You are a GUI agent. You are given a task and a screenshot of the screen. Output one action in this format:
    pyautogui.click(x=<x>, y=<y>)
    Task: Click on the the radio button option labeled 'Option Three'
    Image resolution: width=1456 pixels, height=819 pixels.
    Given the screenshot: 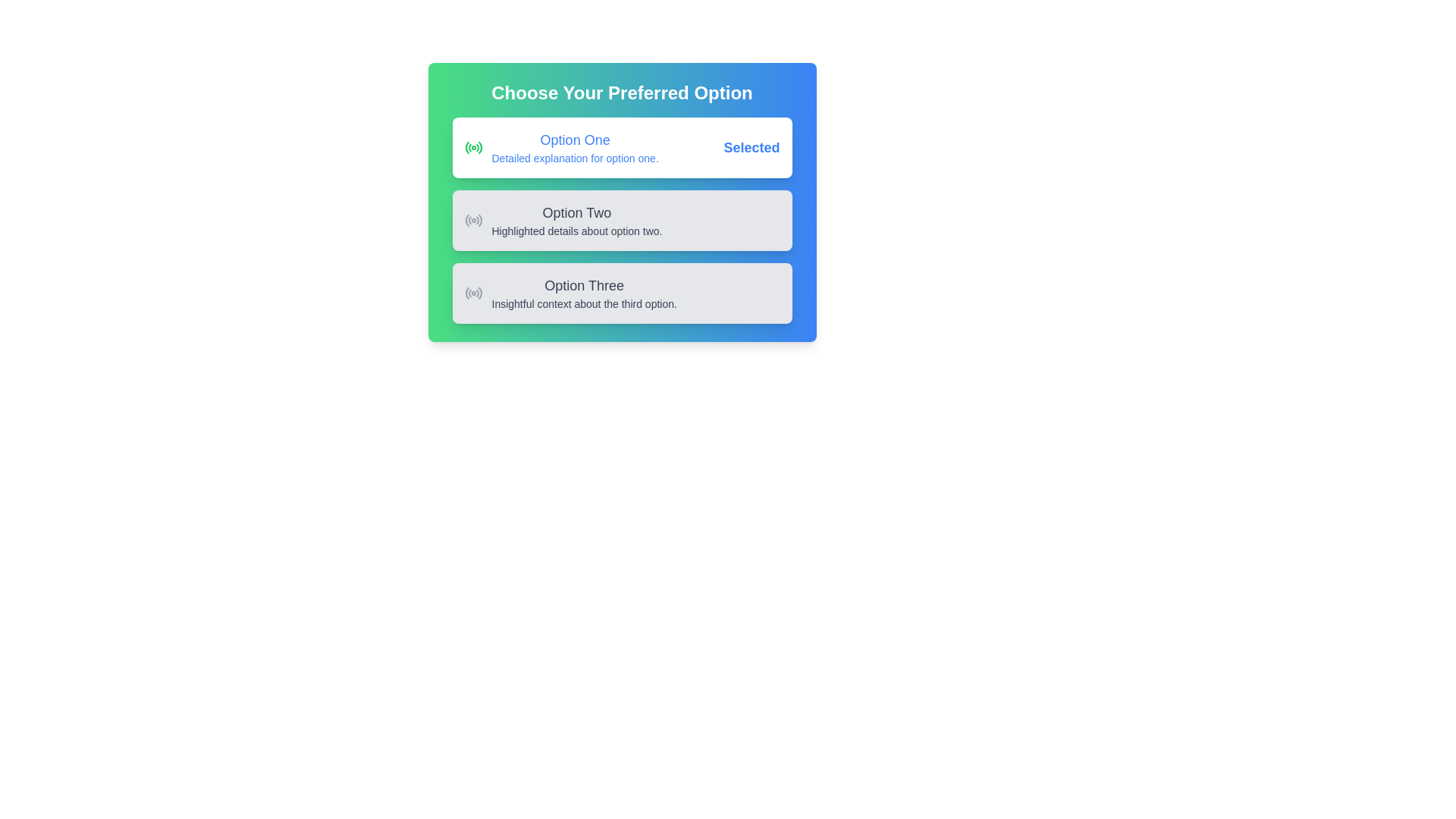 What is the action you would take?
    pyautogui.click(x=570, y=293)
    